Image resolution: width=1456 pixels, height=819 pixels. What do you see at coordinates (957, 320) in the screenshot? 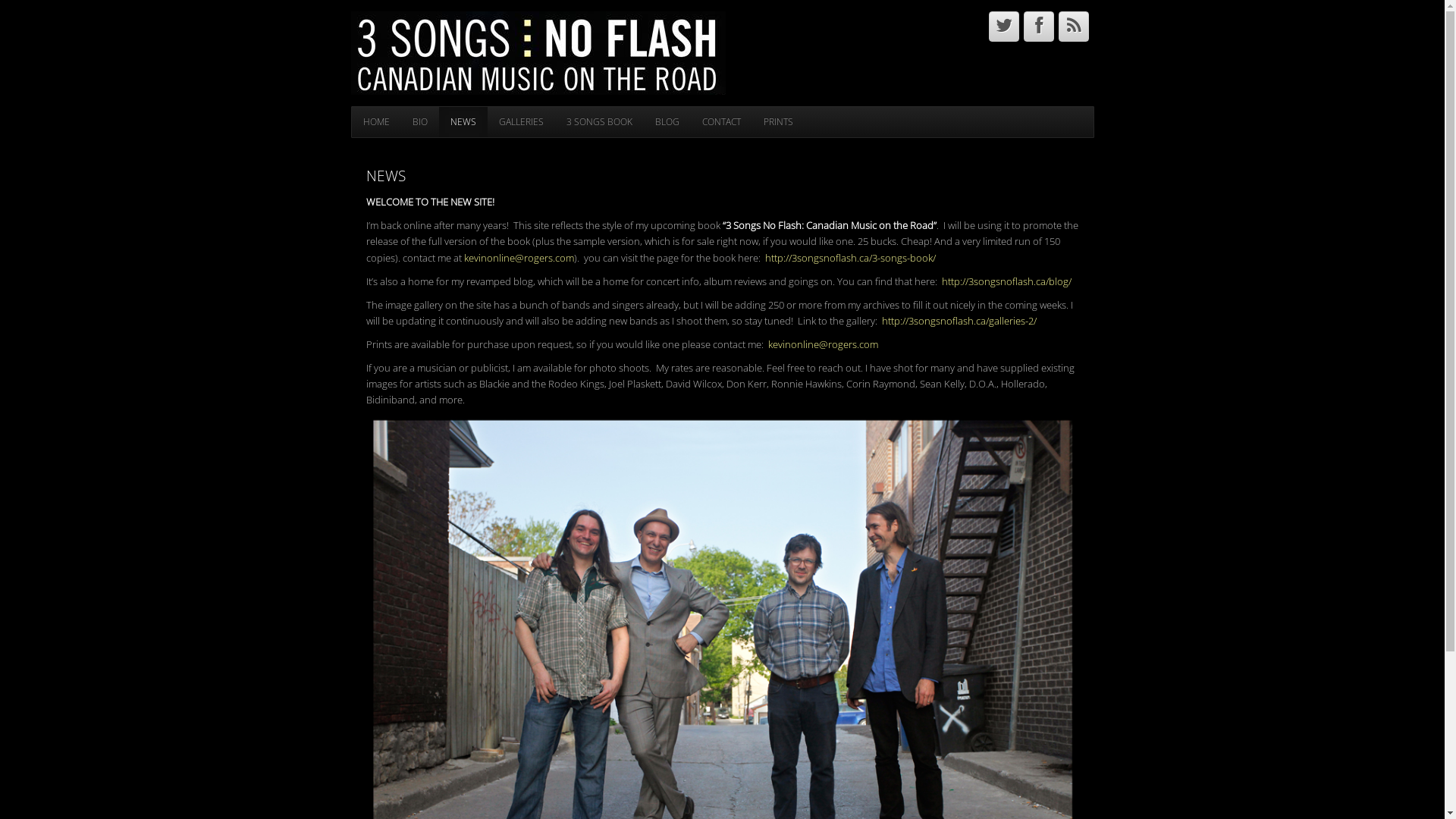
I see `'http://3songsnoflash.ca/galleries-2/'` at bounding box center [957, 320].